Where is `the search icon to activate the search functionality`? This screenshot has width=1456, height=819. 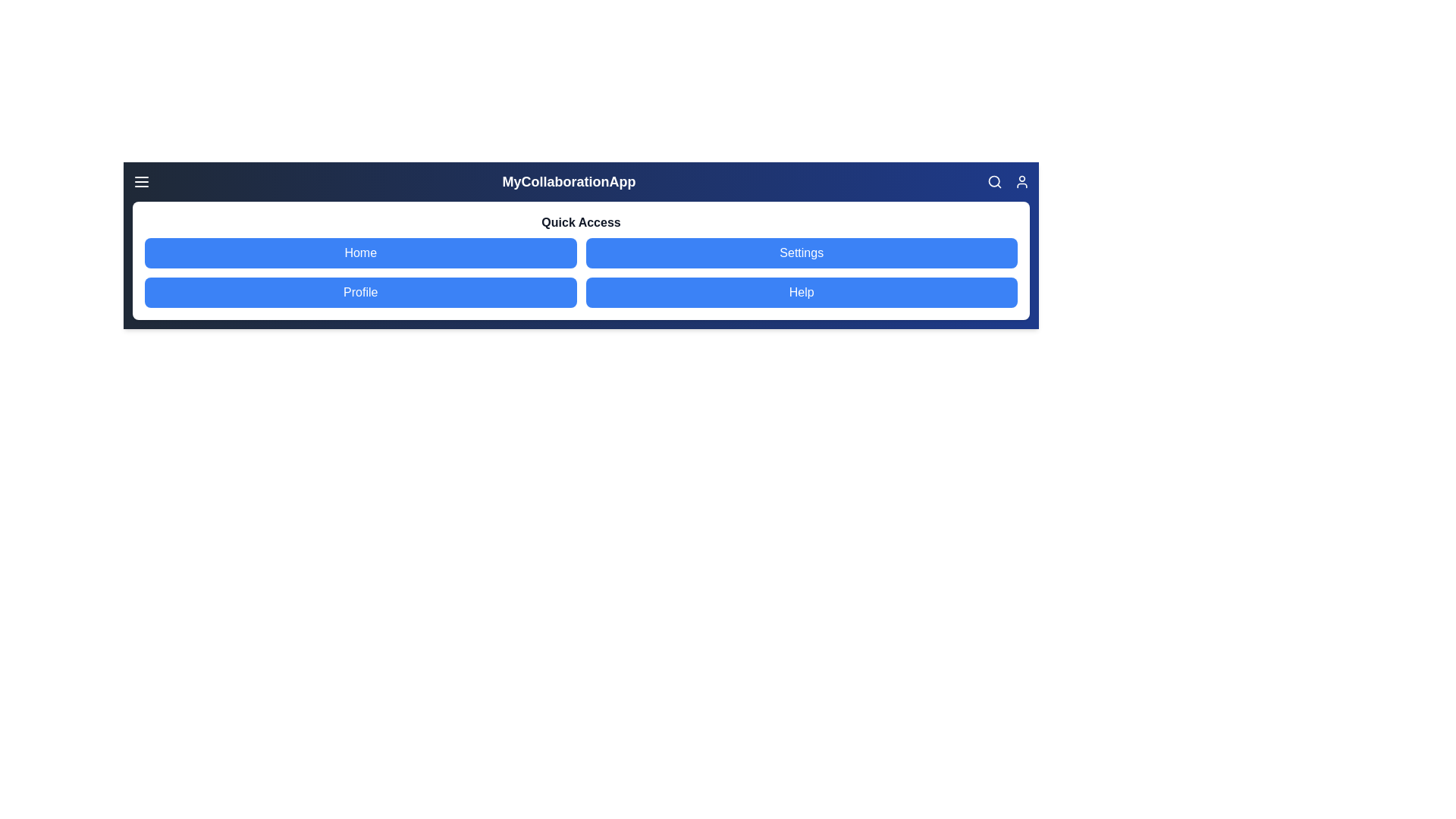 the search icon to activate the search functionality is located at coordinates (994, 180).